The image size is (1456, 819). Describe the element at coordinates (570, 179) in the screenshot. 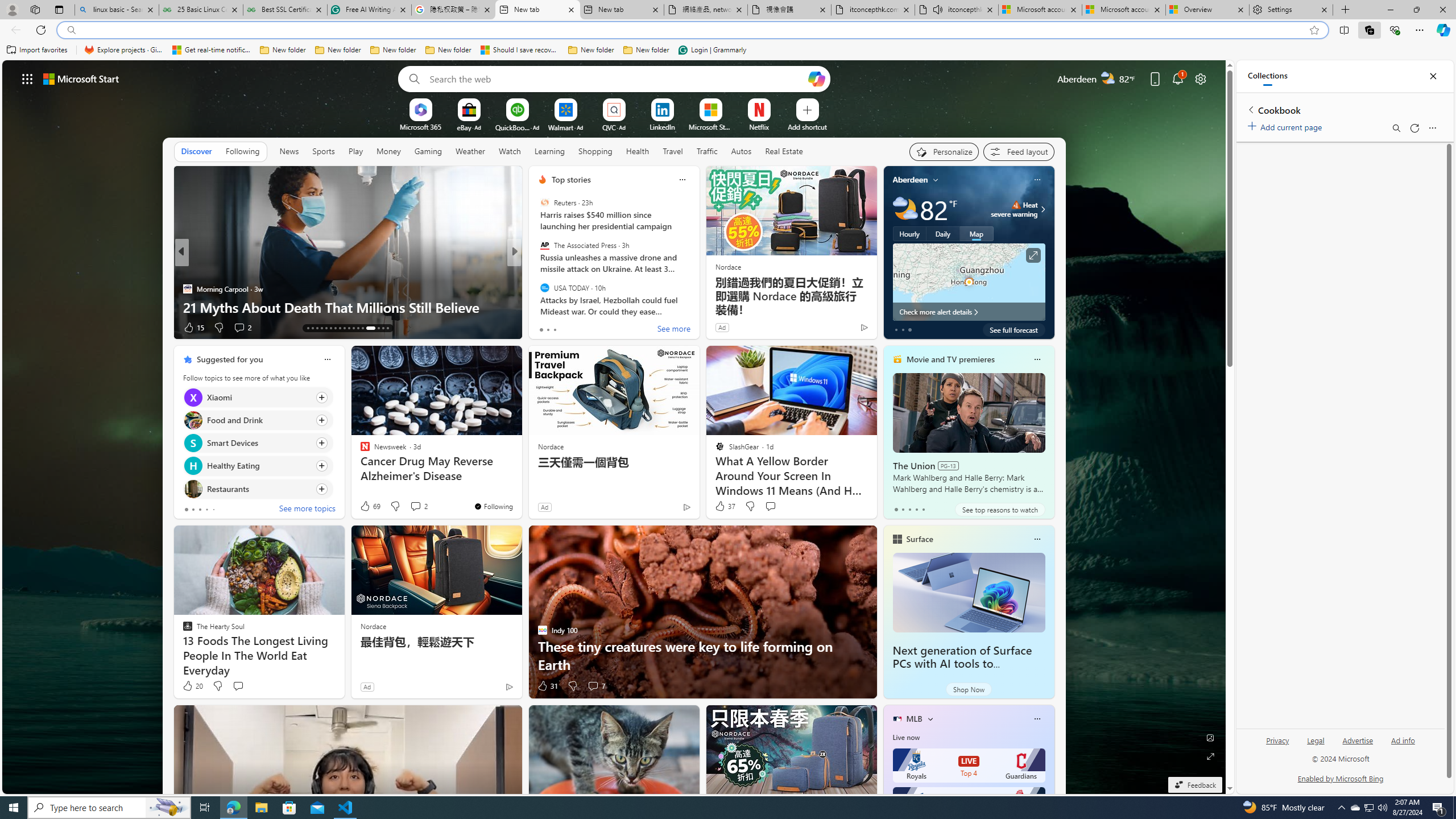

I see `'Top stories'` at that location.